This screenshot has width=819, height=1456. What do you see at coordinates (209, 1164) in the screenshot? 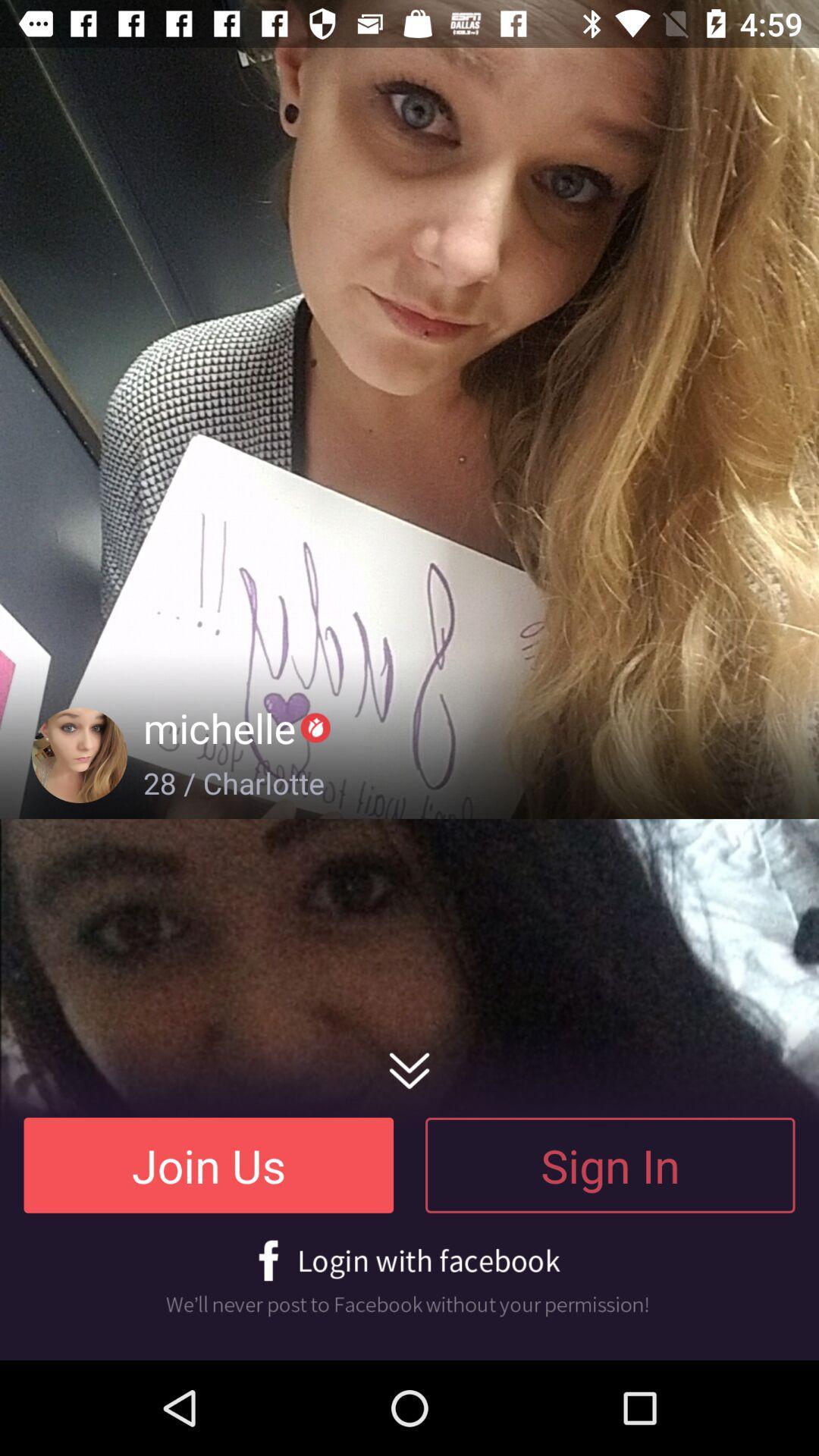
I see `the join us` at bounding box center [209, 1164].